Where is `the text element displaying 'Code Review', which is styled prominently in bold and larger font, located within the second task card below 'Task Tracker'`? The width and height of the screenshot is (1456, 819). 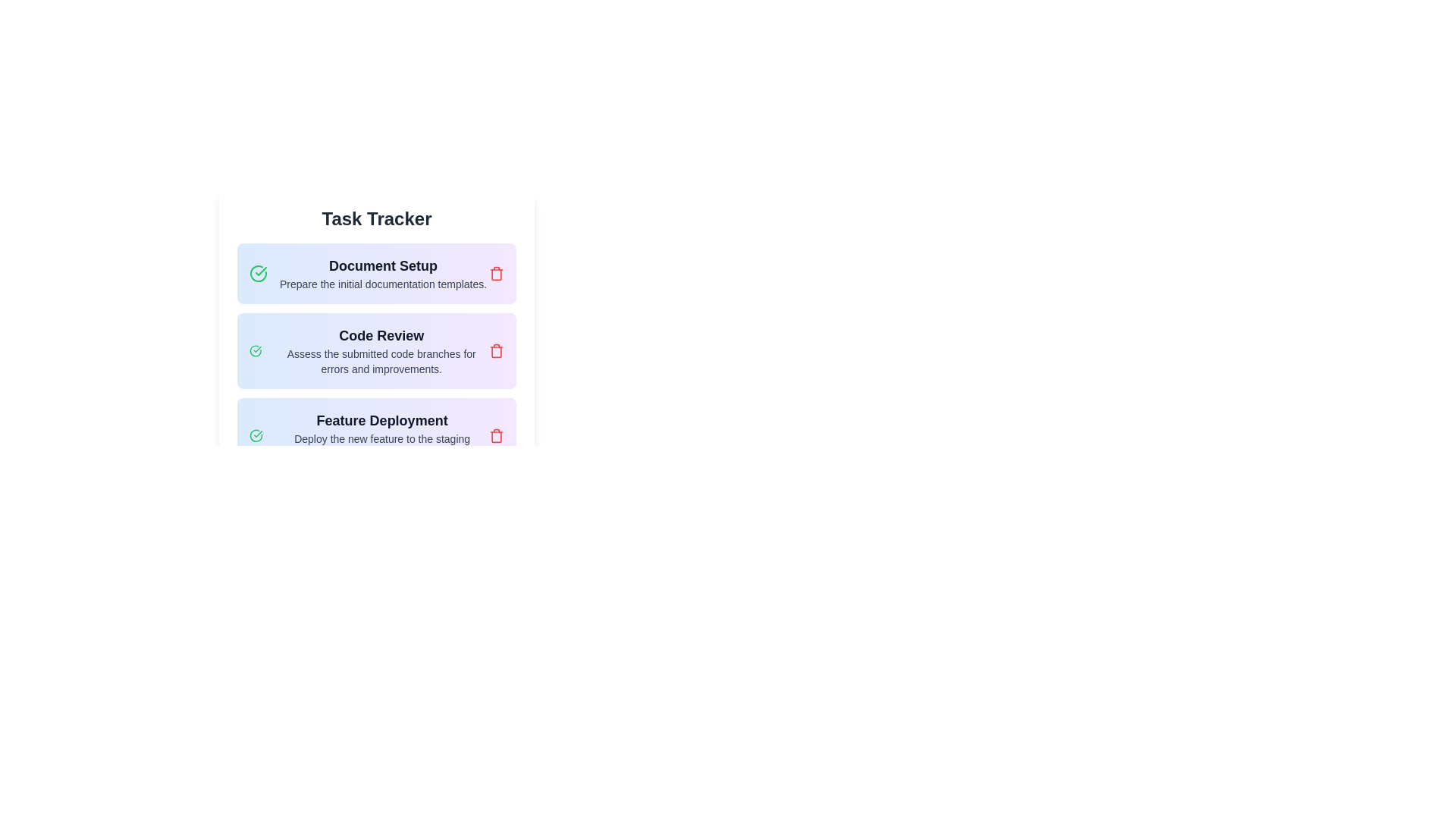
the text element displaying 'Code Review', which is styled prominently in bold and larger font, located within the second task card below 'Task Tracker' is located at coordinates (381, 335).